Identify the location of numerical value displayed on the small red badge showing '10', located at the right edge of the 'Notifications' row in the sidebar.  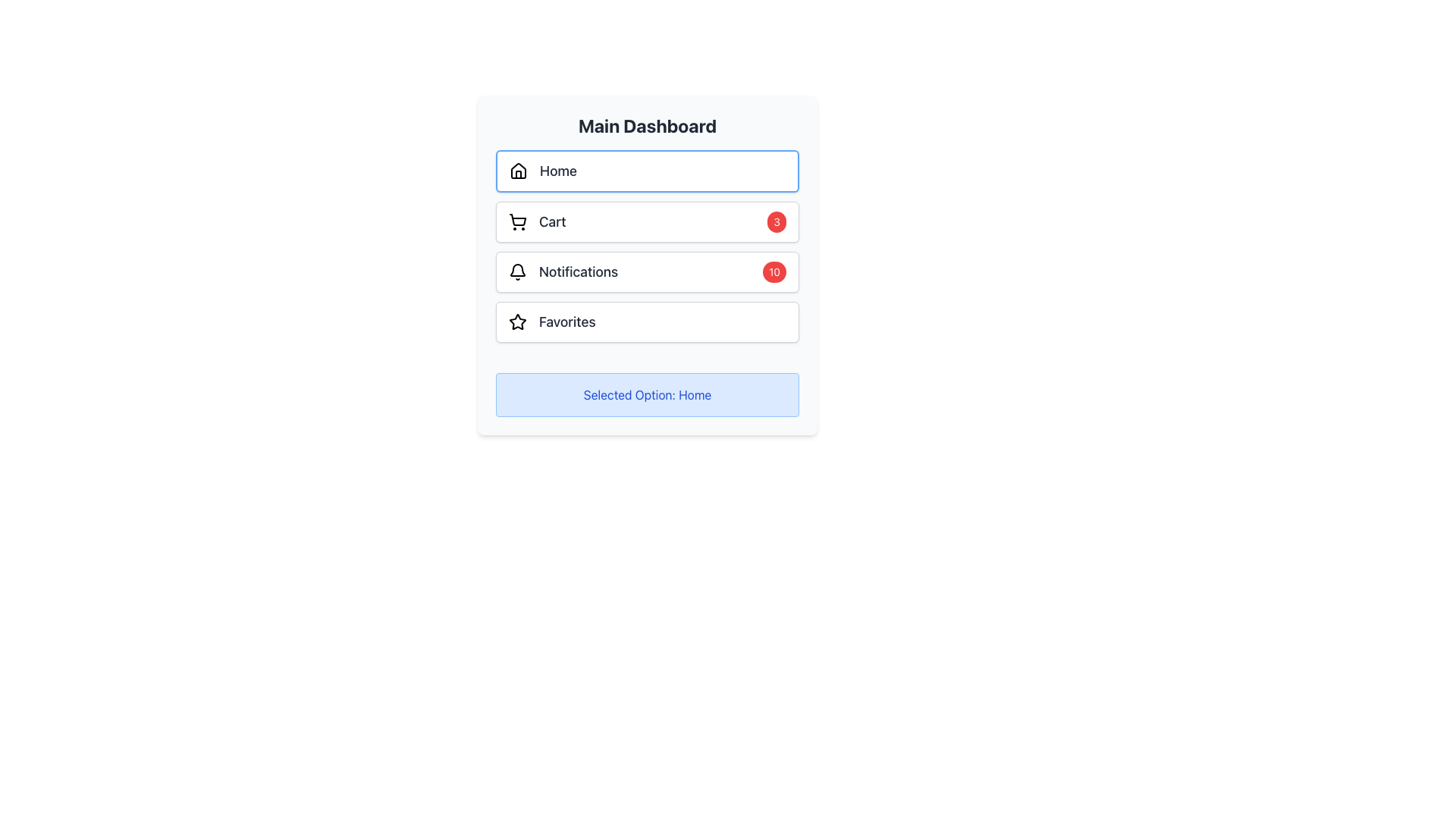
(774, 271).